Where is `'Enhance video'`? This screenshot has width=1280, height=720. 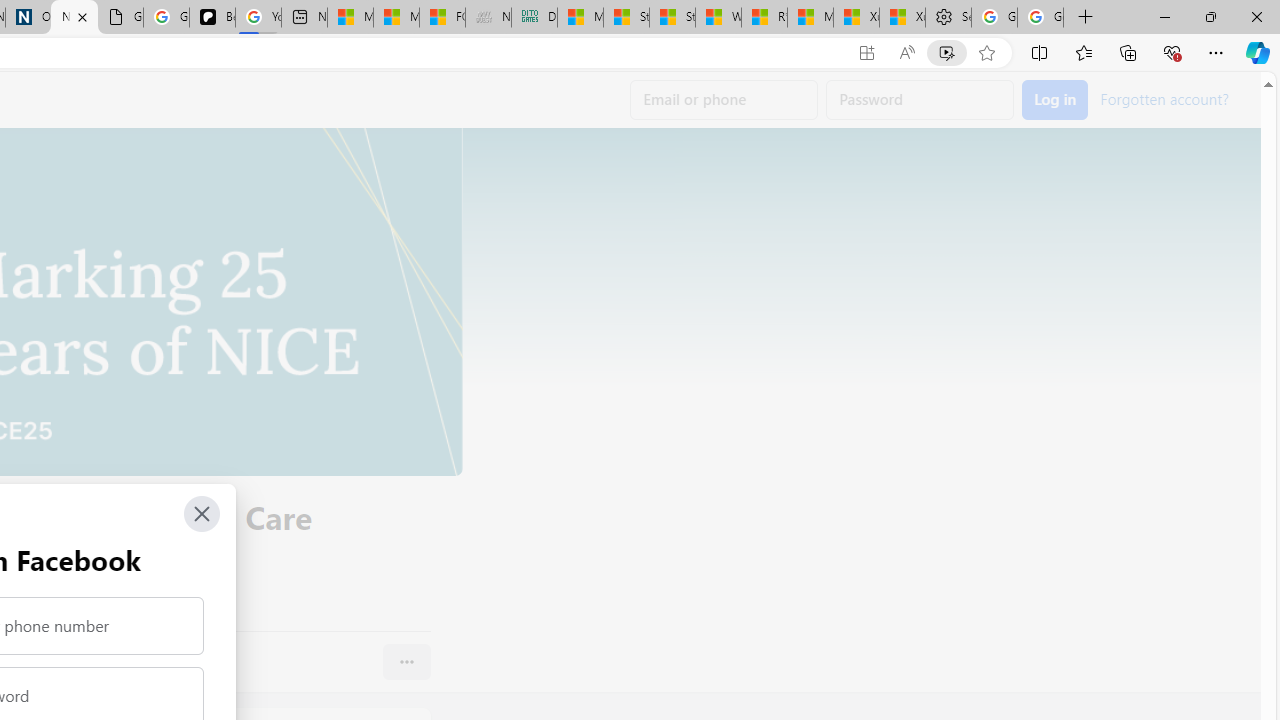 'Enhance video' is located at coordinates (945, 52).